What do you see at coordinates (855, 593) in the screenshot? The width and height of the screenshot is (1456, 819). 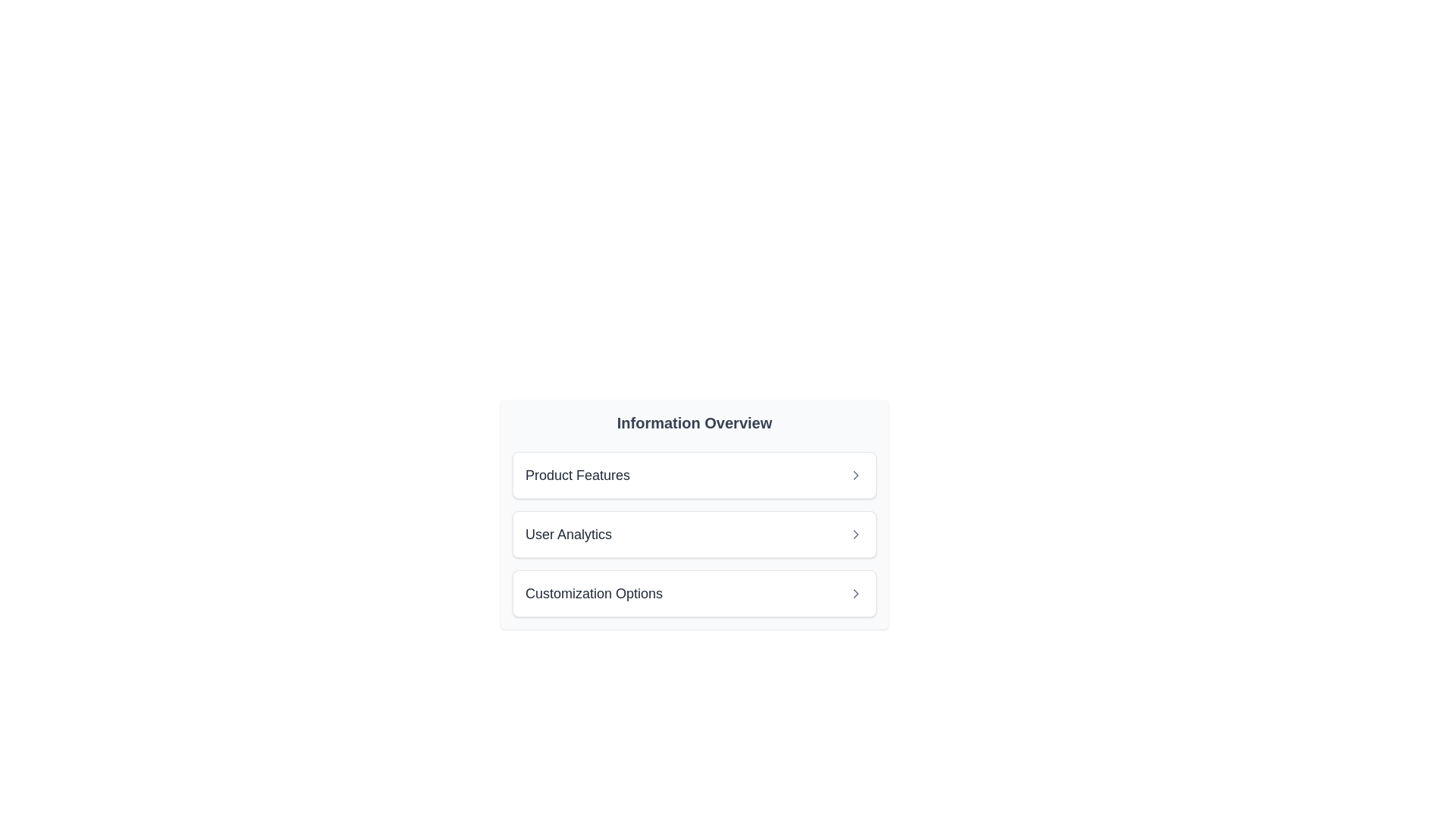 I see `the navigation or expansion icon located at the far-right end of the 'Customization Options' section` at bounding box center [855, 593].